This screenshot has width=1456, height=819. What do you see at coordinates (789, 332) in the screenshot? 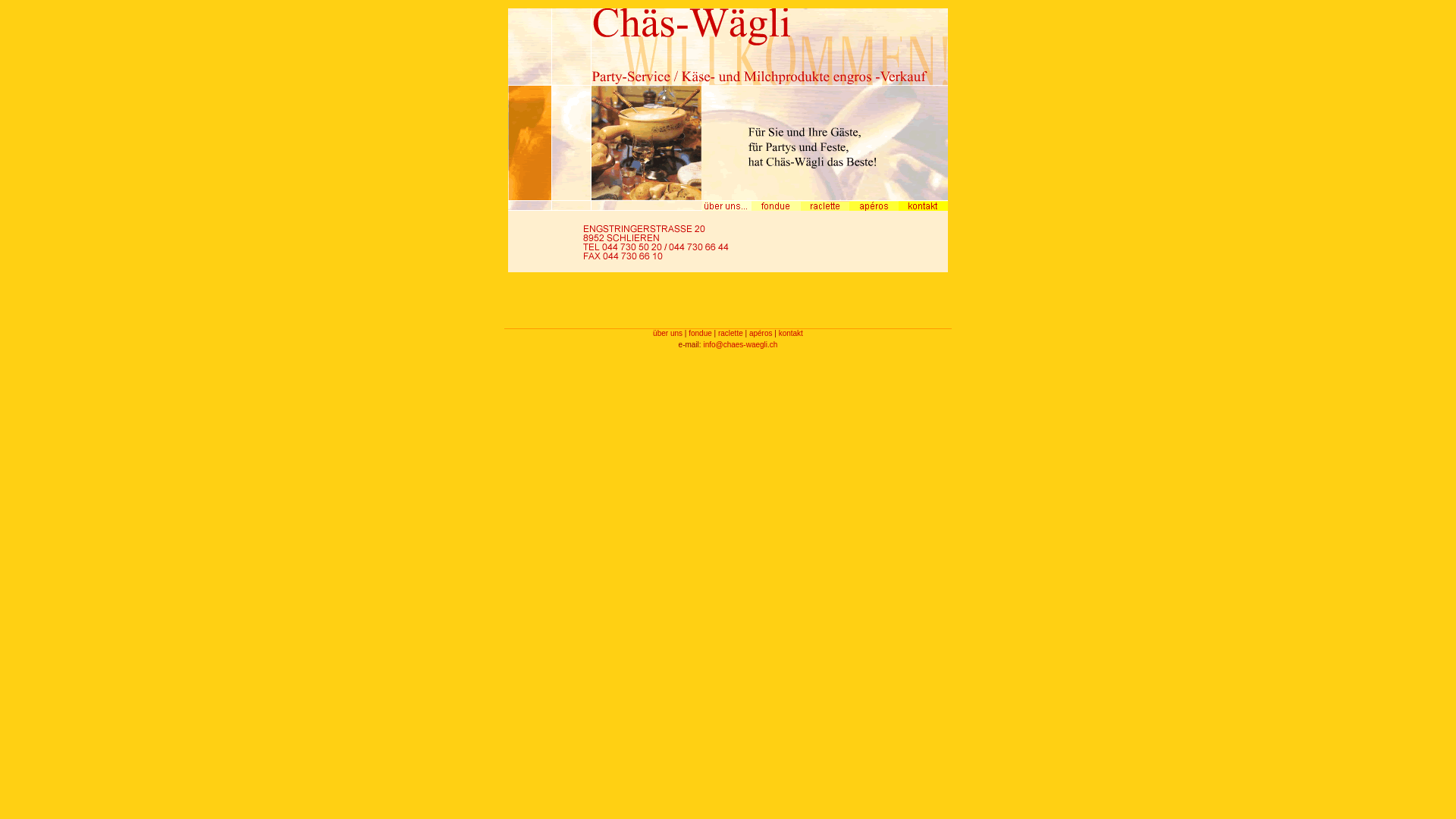
I see `'kontakt'` at bounding box center [789, 332].